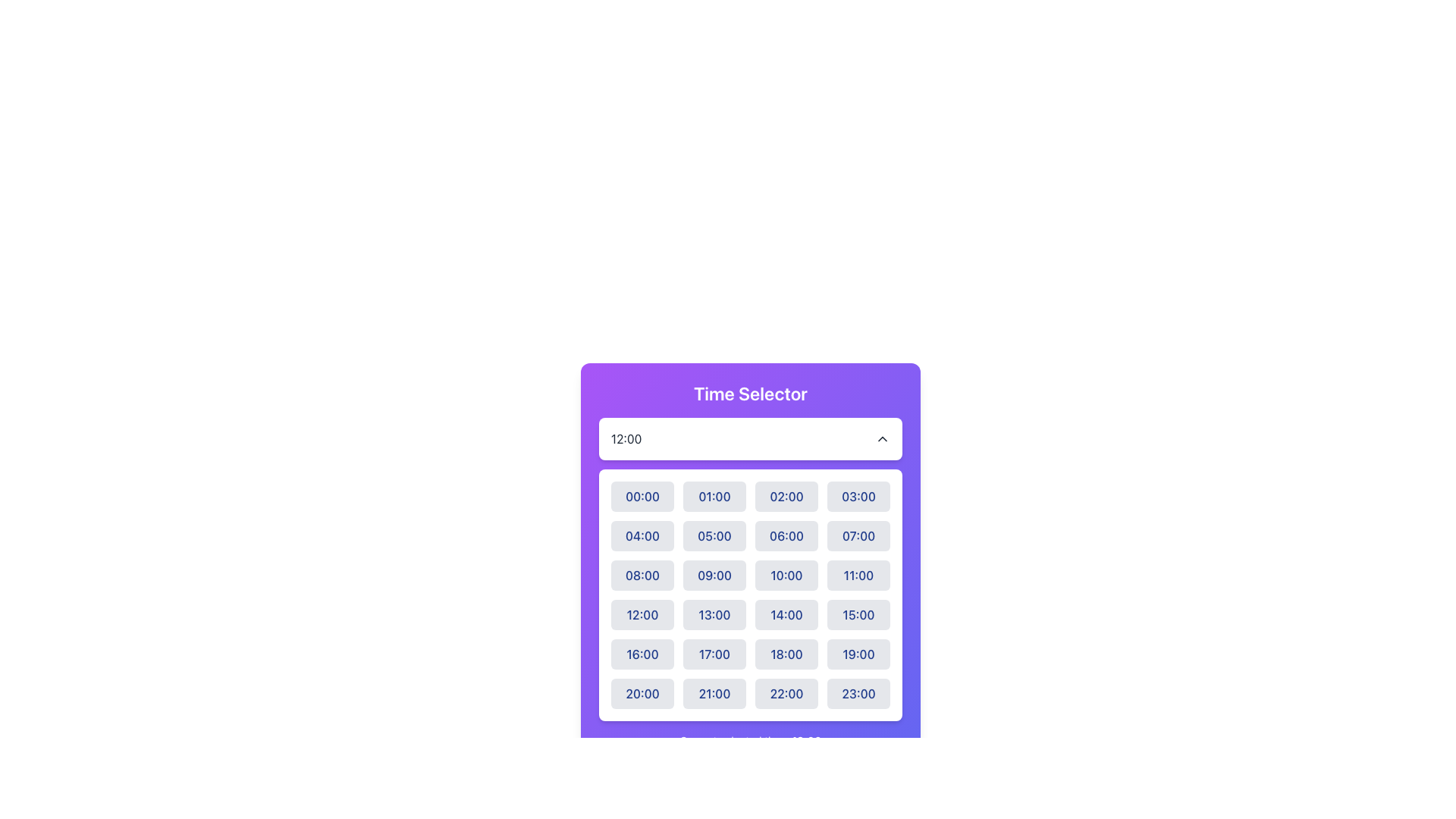 The height and width of the screenshot is (819, 1456). I want to click on the interactive button displaying '17:00' in bold, dark blue font, so click(714, 654).